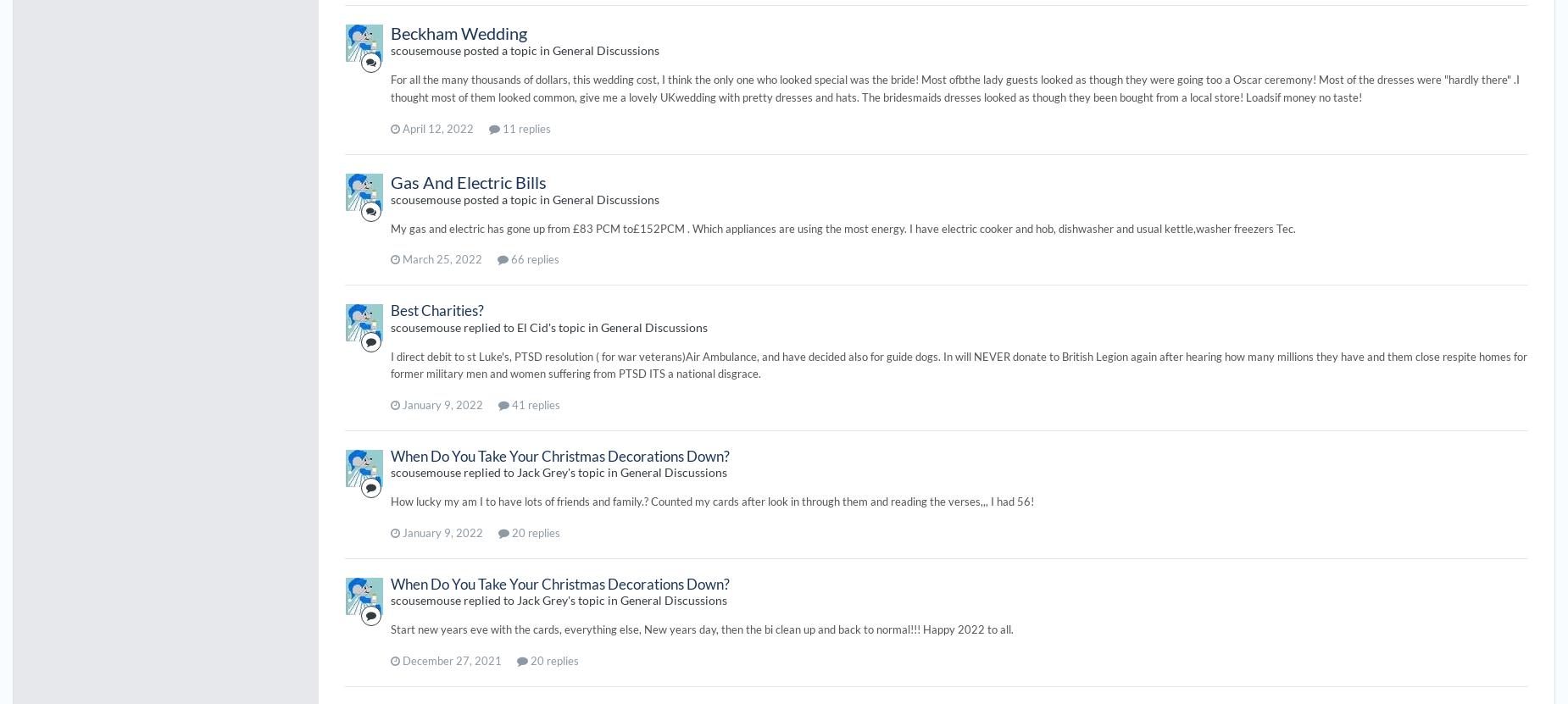 The width and height of the screenshot is (1568, 704). Describe the element at coordinates (954, 88) in the screenshot. I see `'For all the many thousands of dollars,  this wedding cost, I think the only one who looked special was the bride!  Most ofbthe lady guests looked as though they were going too a Oscar ceremony!  Most of the dresses were "hardly there" .I thought most of them looked common, give me a lovely UKwedding with pretty  dresses and hats.  The bridesmaids dresses looked as though they been bought from a local store!  Loadsif money no taste!'` at that location.